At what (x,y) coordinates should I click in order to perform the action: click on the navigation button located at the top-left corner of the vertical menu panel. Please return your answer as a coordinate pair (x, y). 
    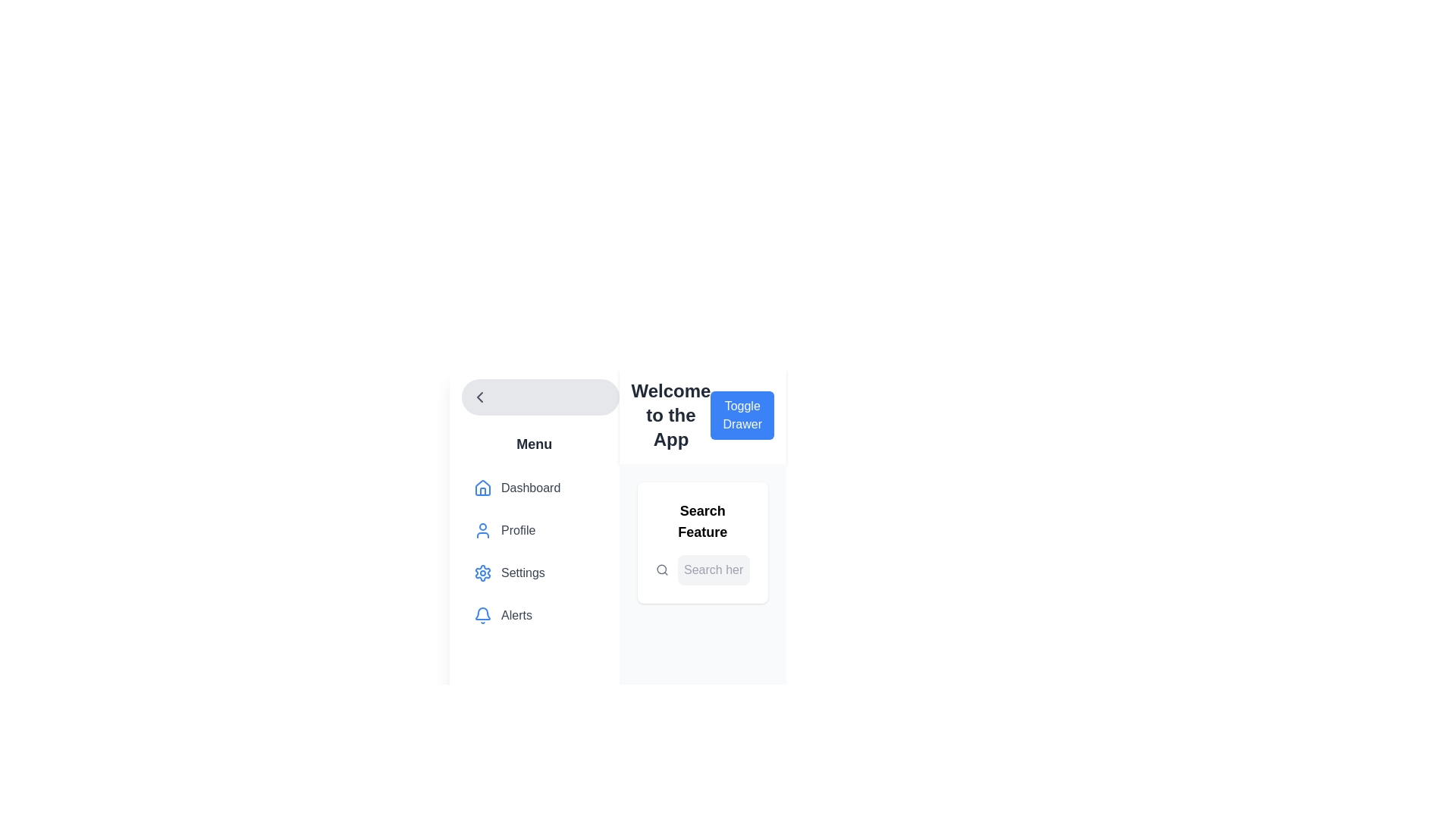
    Looking at the image, I should click on (540, 397).